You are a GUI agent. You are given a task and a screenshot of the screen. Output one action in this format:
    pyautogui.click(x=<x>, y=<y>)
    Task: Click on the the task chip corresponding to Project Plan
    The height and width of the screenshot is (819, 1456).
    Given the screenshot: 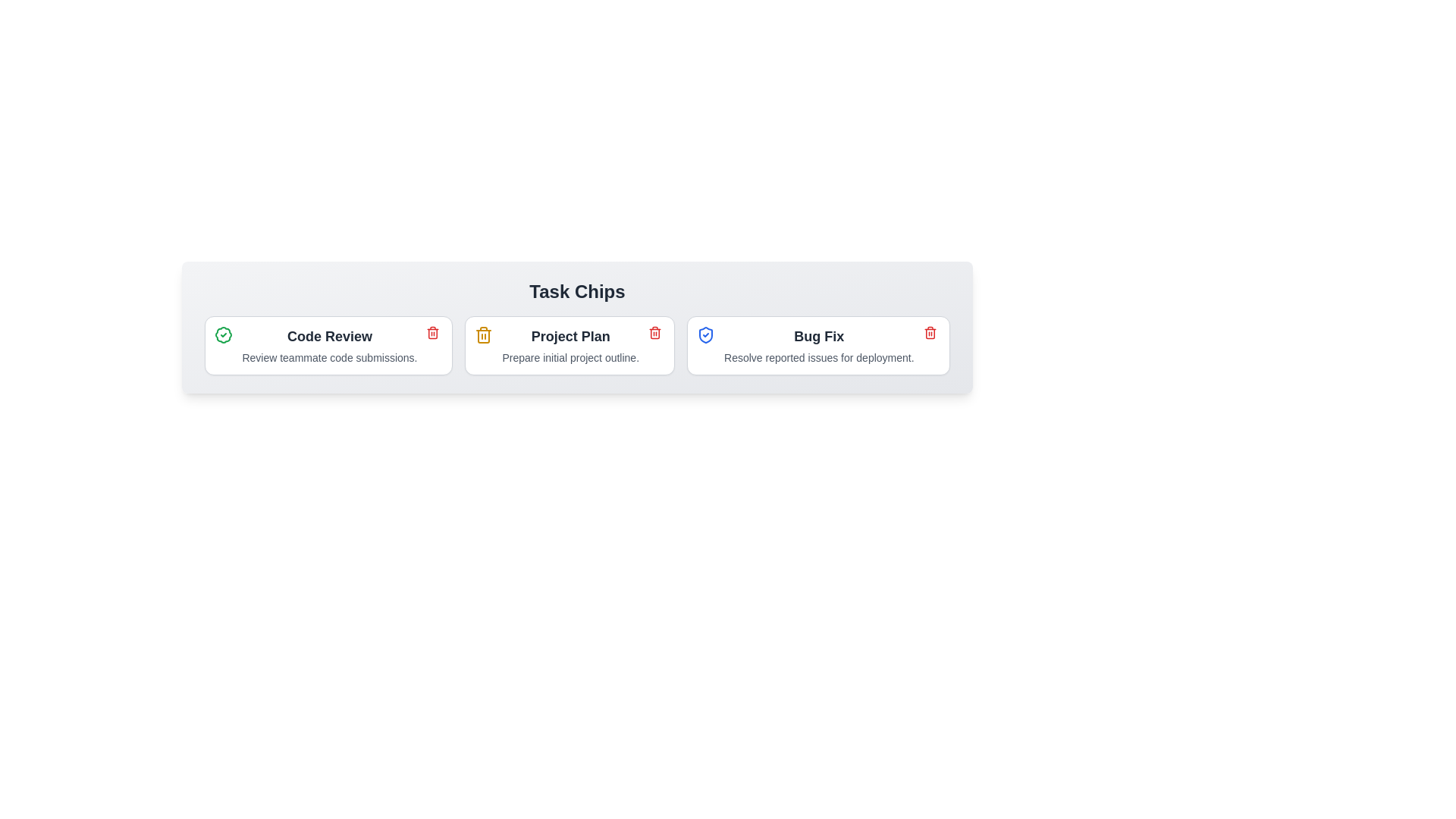 What is the action you would take?
    pyautogui.click(x=569, y=345)
    